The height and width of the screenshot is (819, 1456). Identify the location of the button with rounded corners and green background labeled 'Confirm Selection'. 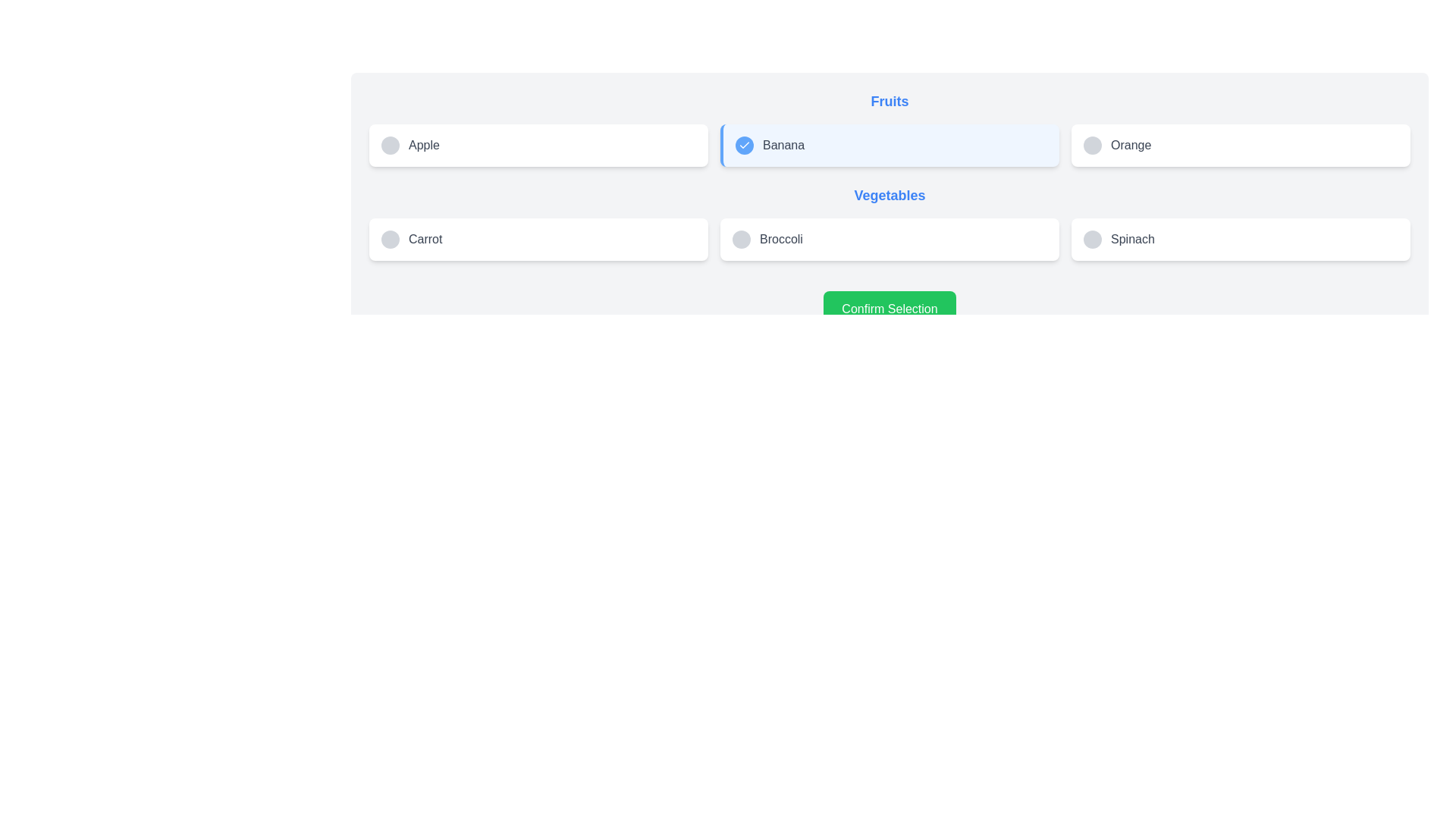
(890, 309).